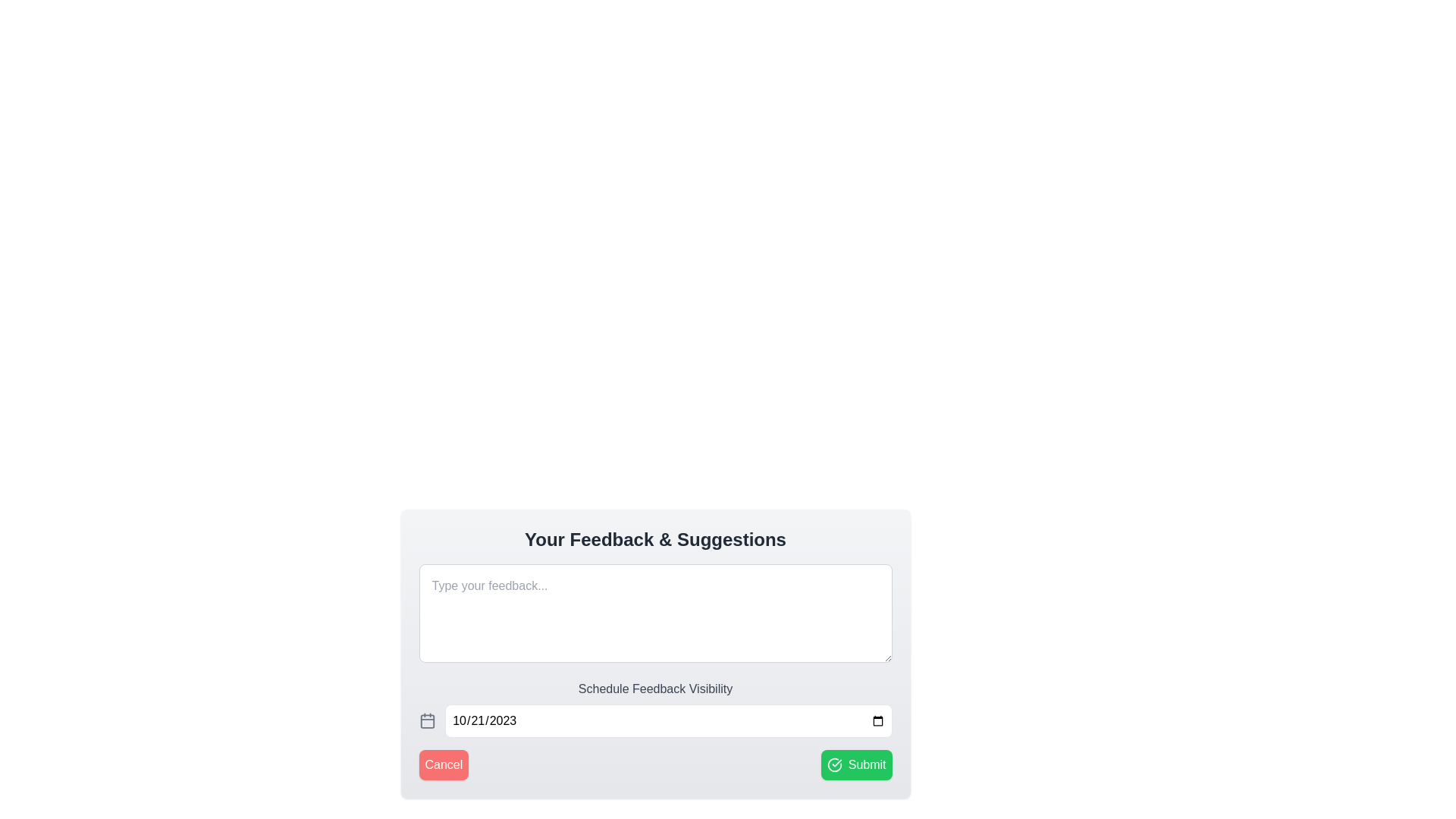  Describe the element at coordinates (856, 765) in the screenshot. I see `the 'Submit' button, which is a green rectangular button with rounded edges containing a white check icon and the text 'Submit' in white, located at the bottom-right corner of the interface` at that location.